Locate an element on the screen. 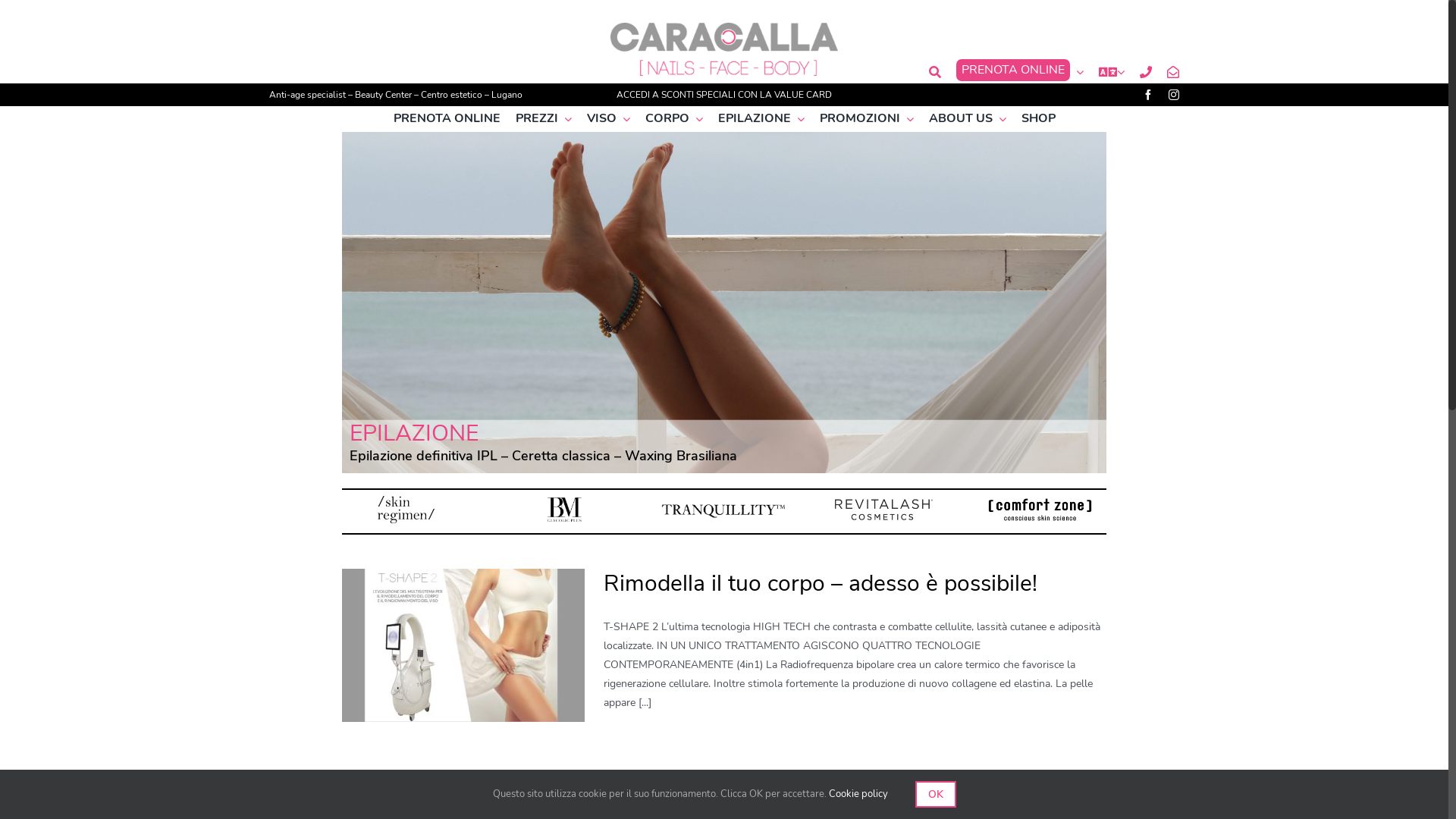  'ABOUT US' is located at coordinates (966, 118).